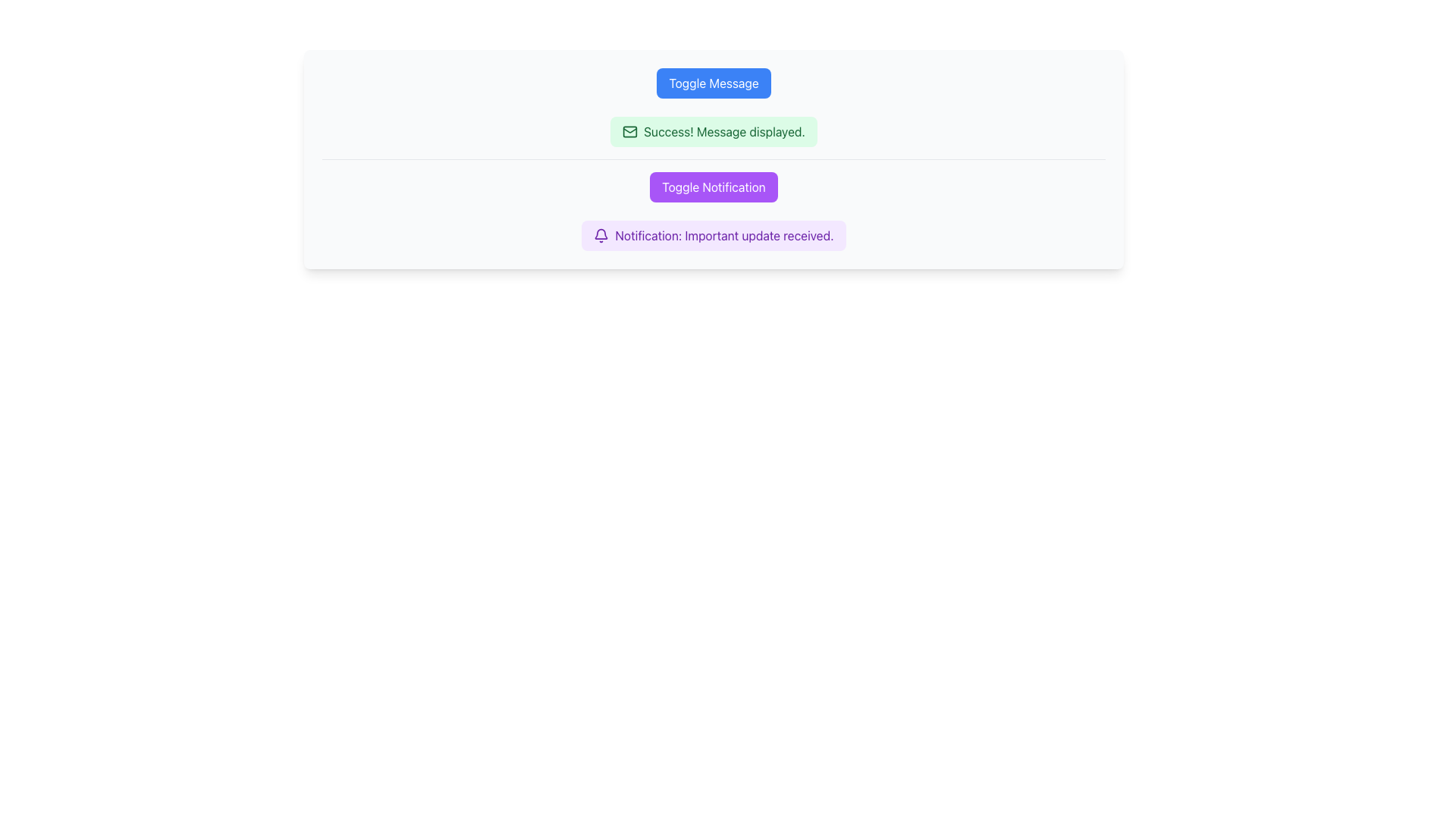 The width and height of the screenshot is (1456, 819). What do you see at coordinates (713, 130) in the screenshot?
I see `the Notification alert box that serves as a visual feedback for a successful event, positioned below the 'Toggle Message' button and above the 'Toggle Notification' button` at bounding box center [713, 130].